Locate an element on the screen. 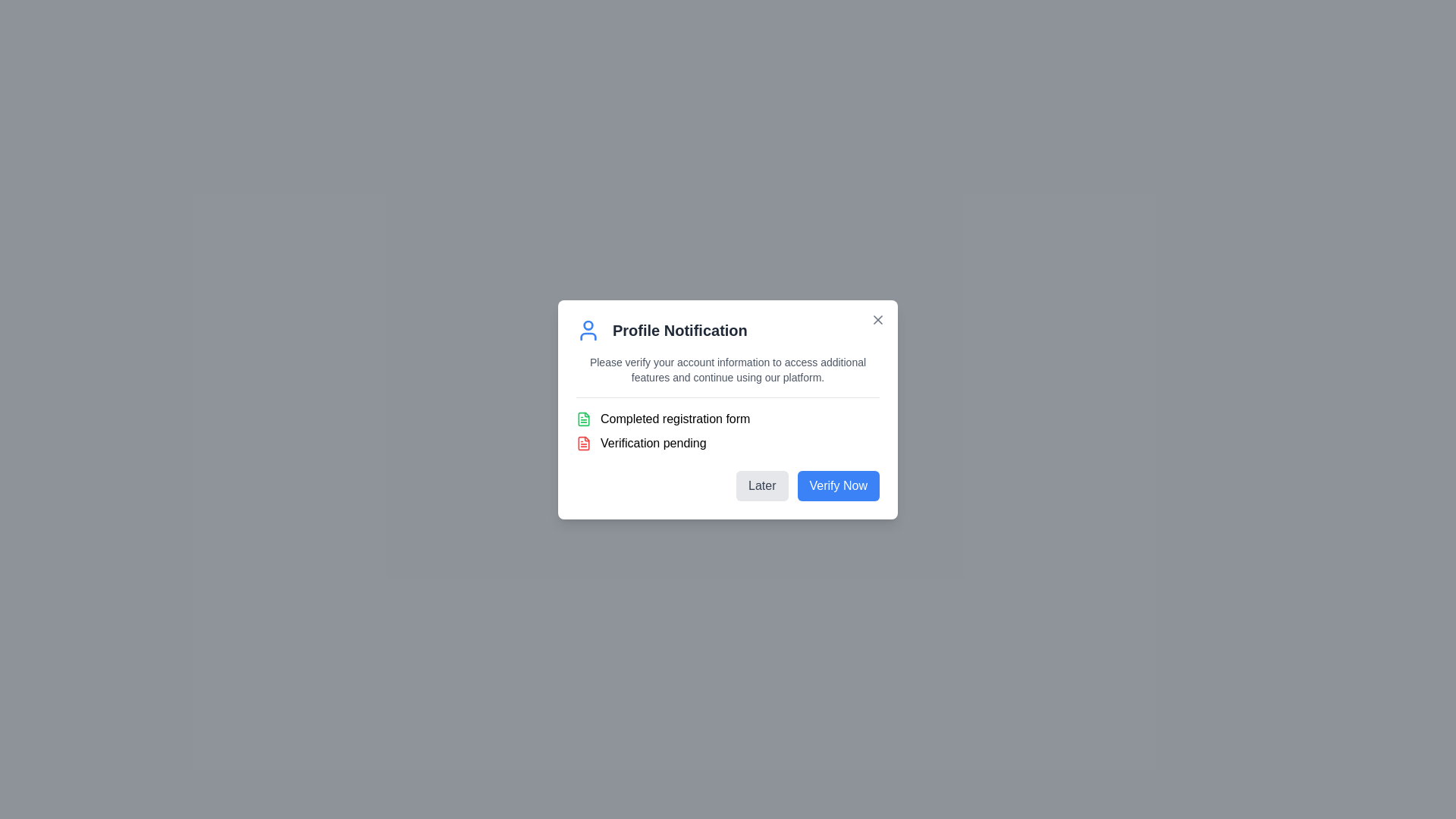  the green icon representing a document outline, located to the left of the text 'Completed registration form' in the 'Profile Notification' dialog box is located at coordinates (582, 419).